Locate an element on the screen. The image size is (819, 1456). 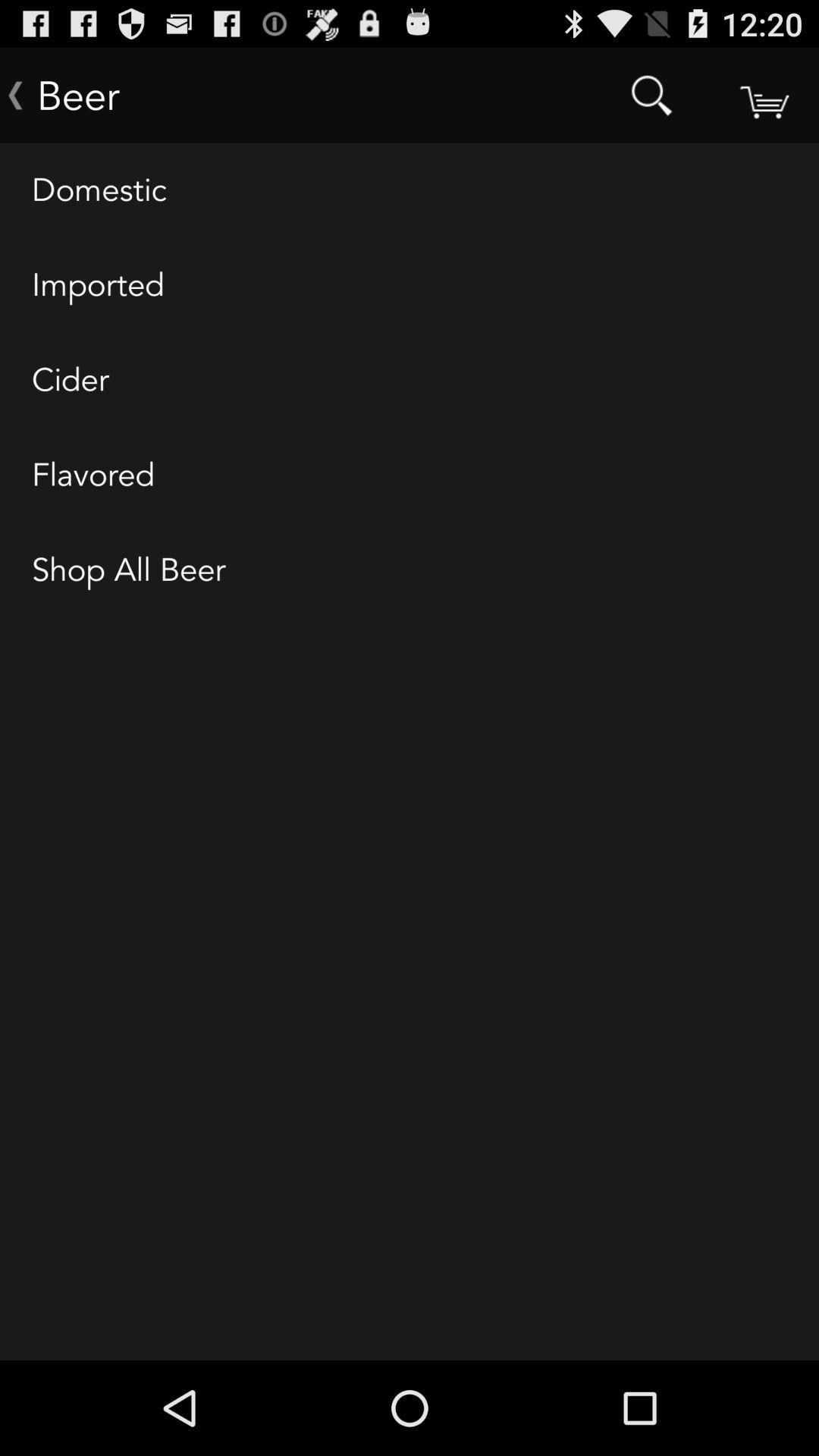
the shop all beer icon is located at coordinates (409, 570).